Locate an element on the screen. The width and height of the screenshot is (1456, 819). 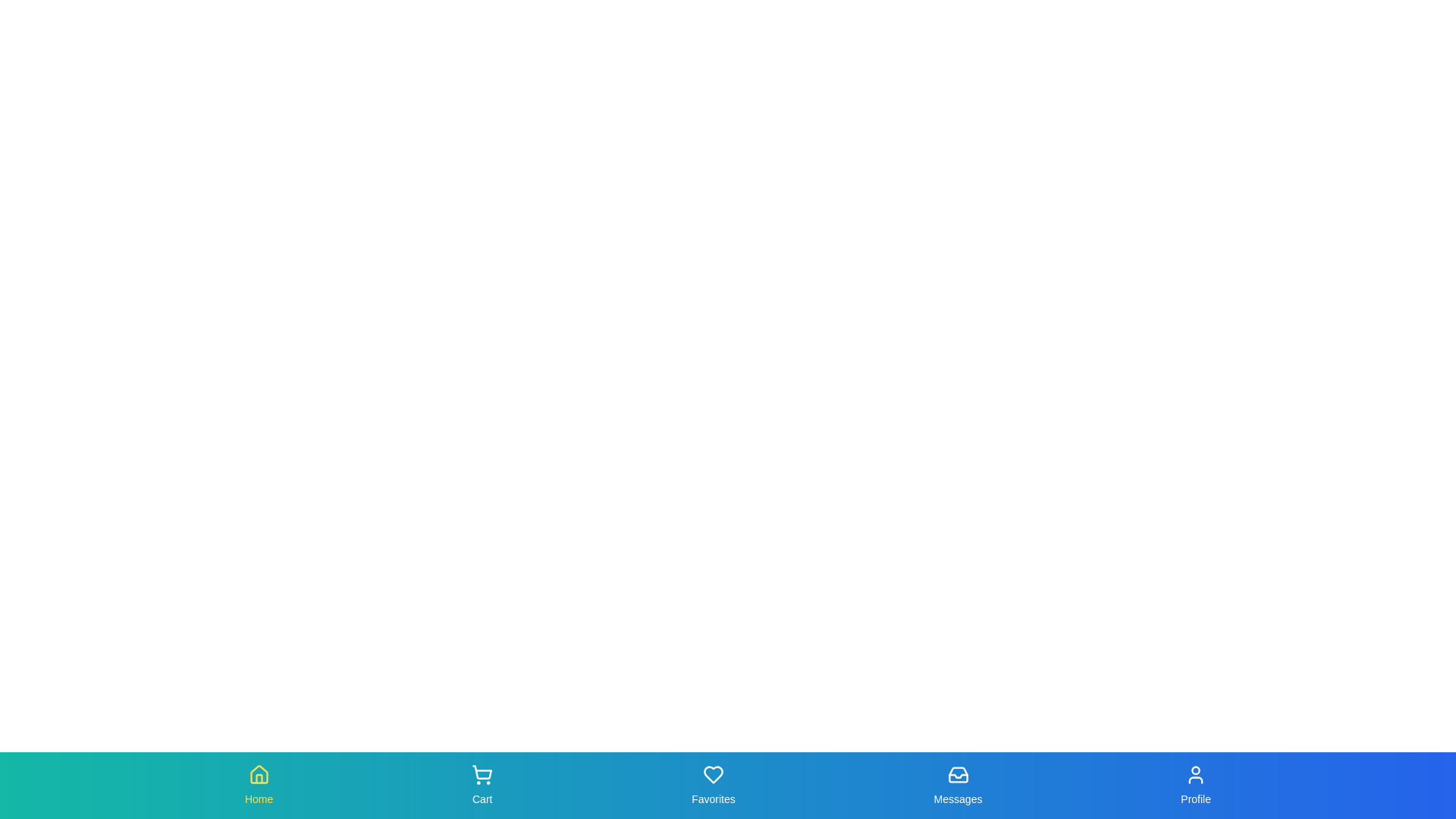
the Messages tab in the bottom navigation bar is located at coordinates (957, 785).